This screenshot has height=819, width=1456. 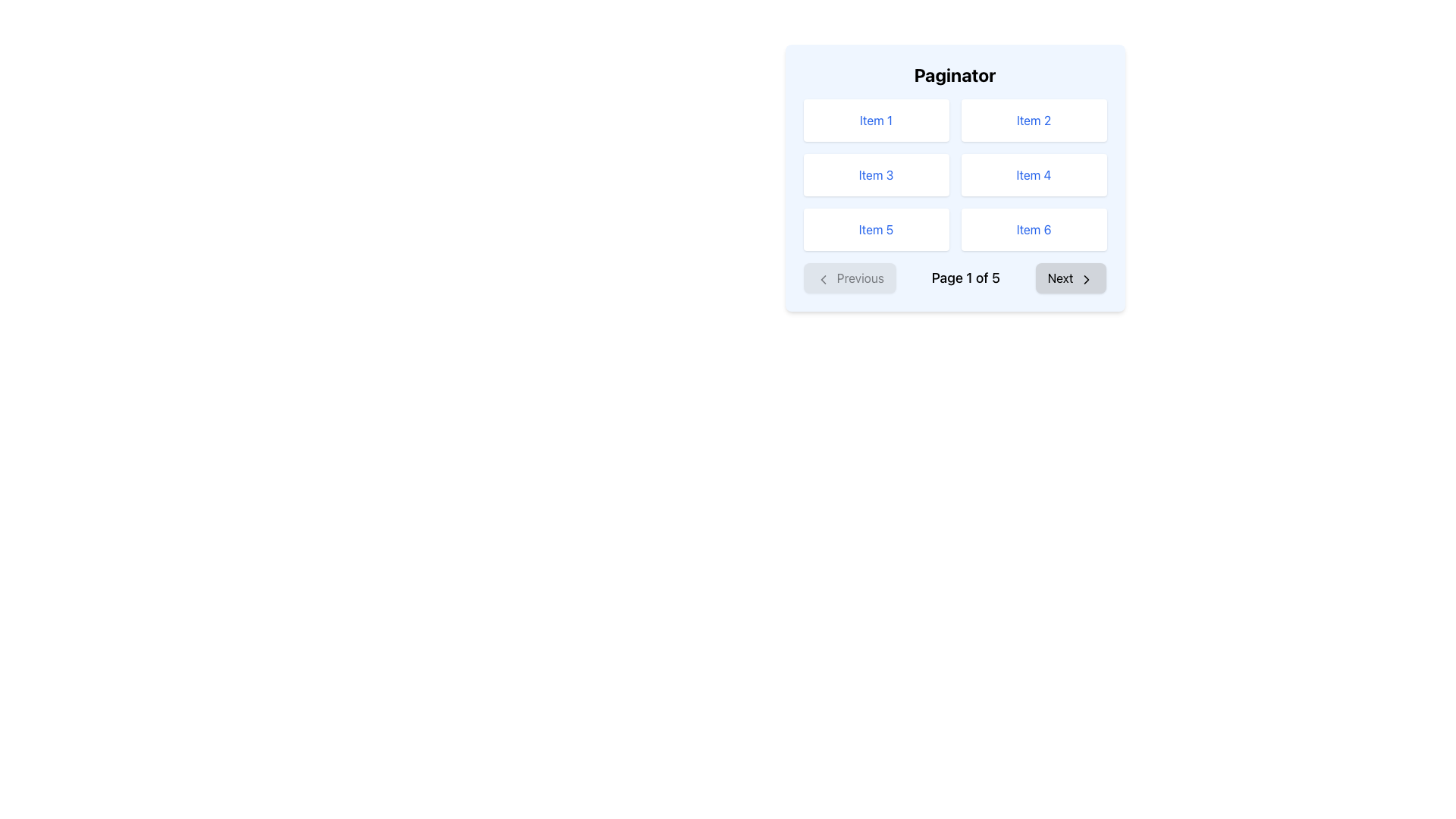 What do you see at coordinates (822, 279) in the screenshot?
I see `the left-pointing chevron icon that indicates the action of going to the previous set of items in the paginator, which is part of the 'Previous' button` at bounding box center [822, 279].